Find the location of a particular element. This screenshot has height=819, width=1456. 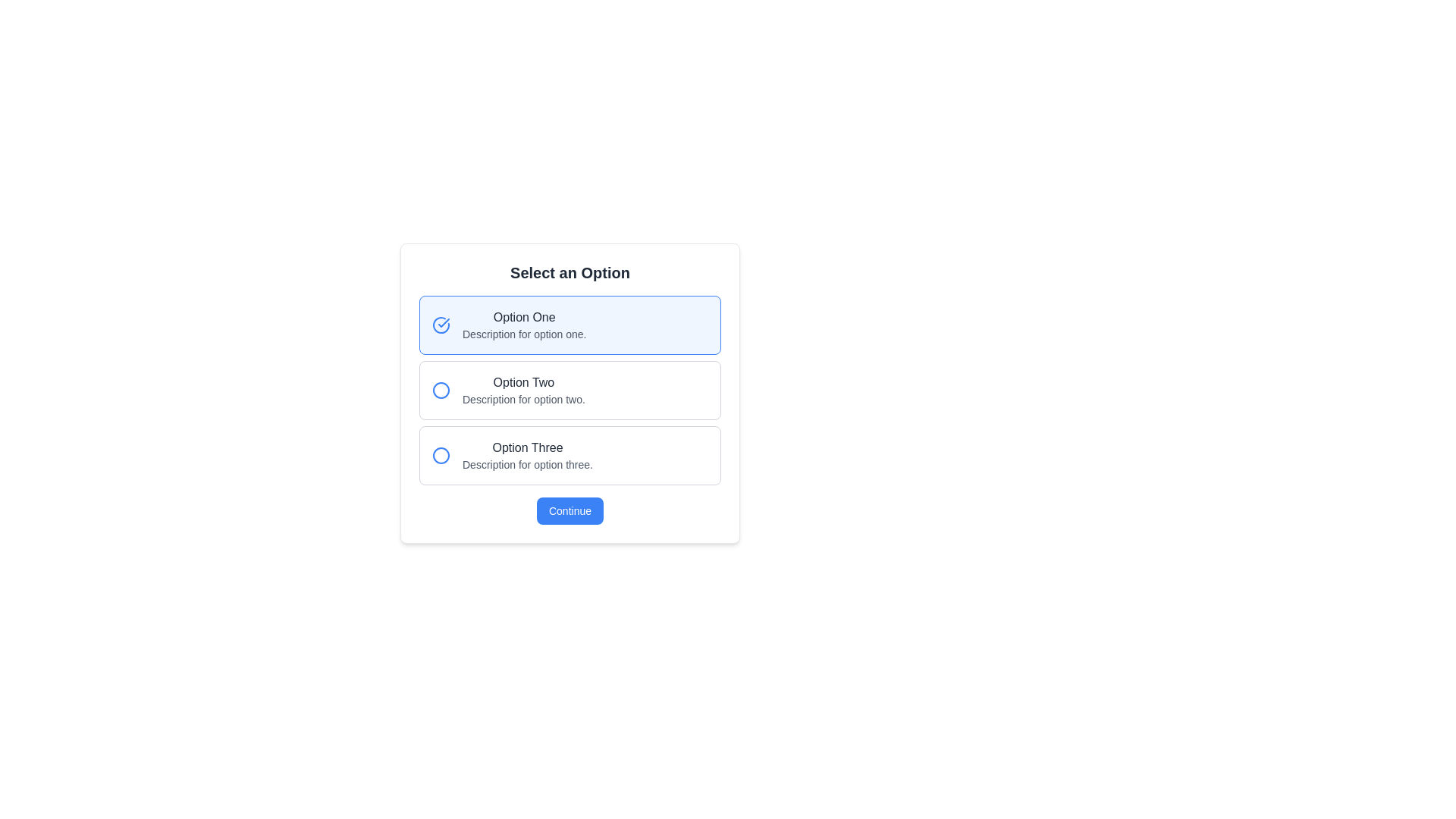

the 'Option One' text label, which is displayed in a medium-sized dark gray font and is located under the 'Select an Option' section, above the description text for this option is located at coordinates (524, 317).